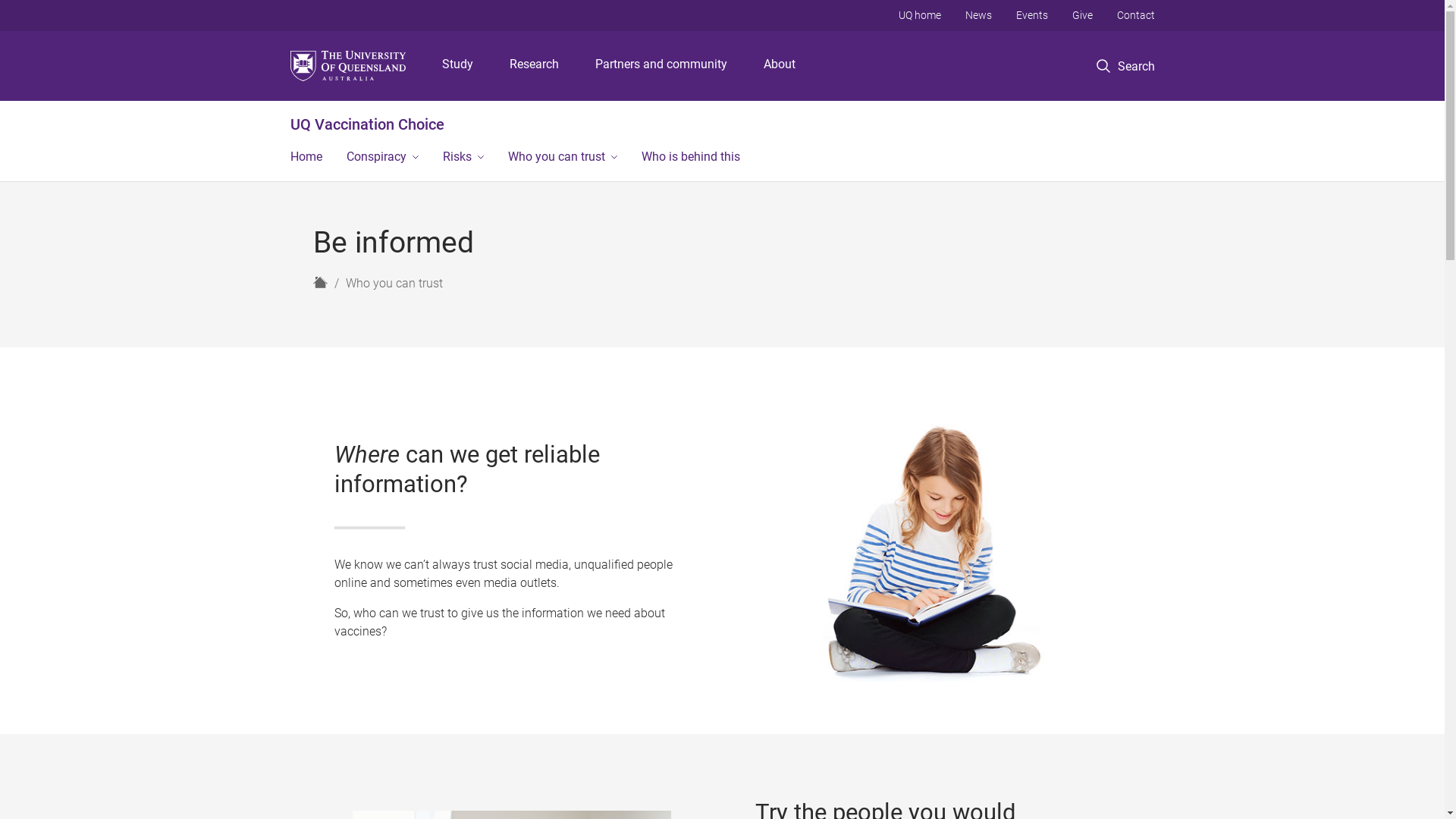  I want to click on 'Who you can trust', so click(562, 158).